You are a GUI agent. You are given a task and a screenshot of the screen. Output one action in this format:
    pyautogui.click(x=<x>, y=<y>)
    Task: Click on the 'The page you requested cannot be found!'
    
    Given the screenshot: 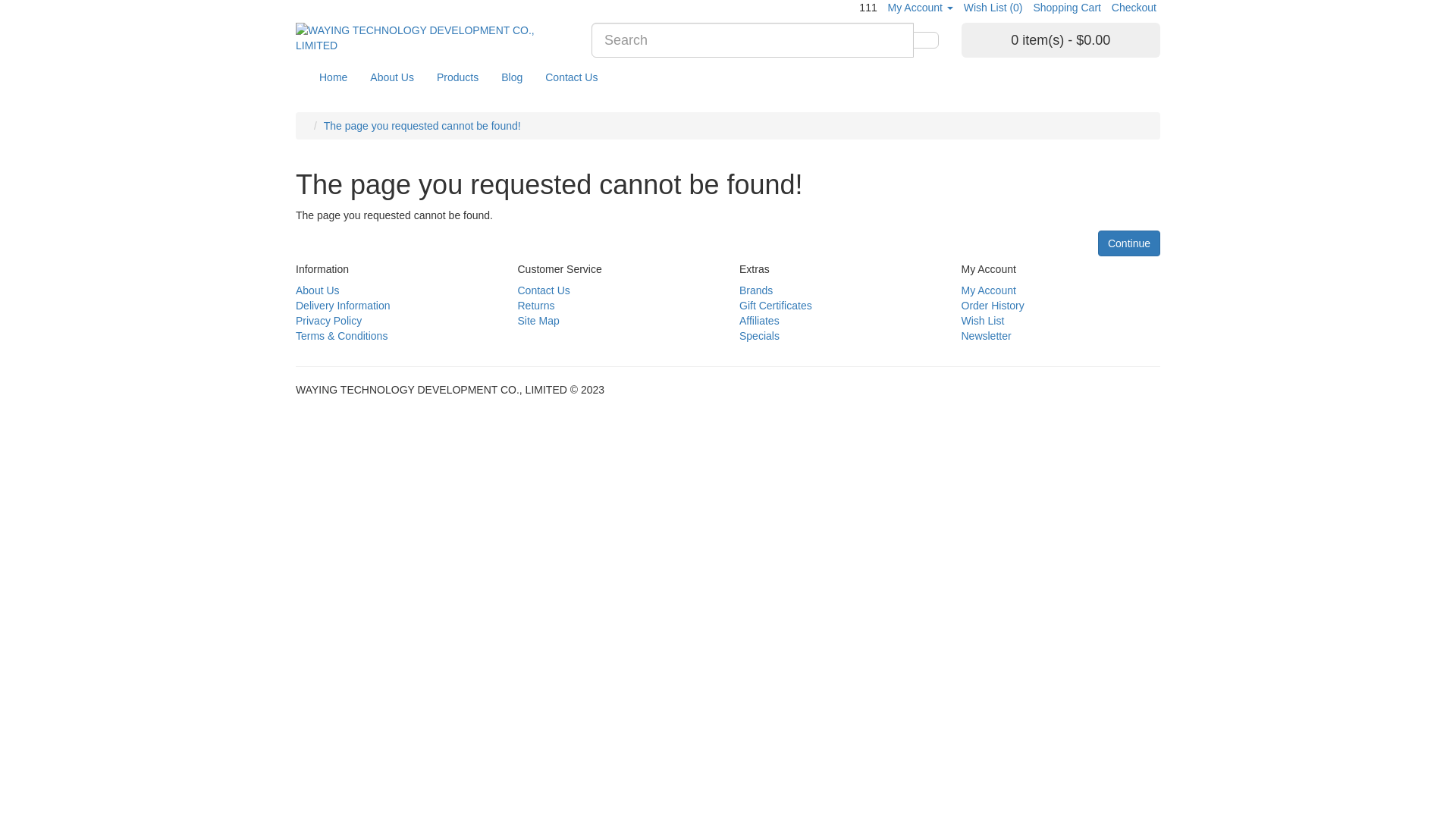 What is the action you would take?
    pyautogui.click(x=422, y=124)
    